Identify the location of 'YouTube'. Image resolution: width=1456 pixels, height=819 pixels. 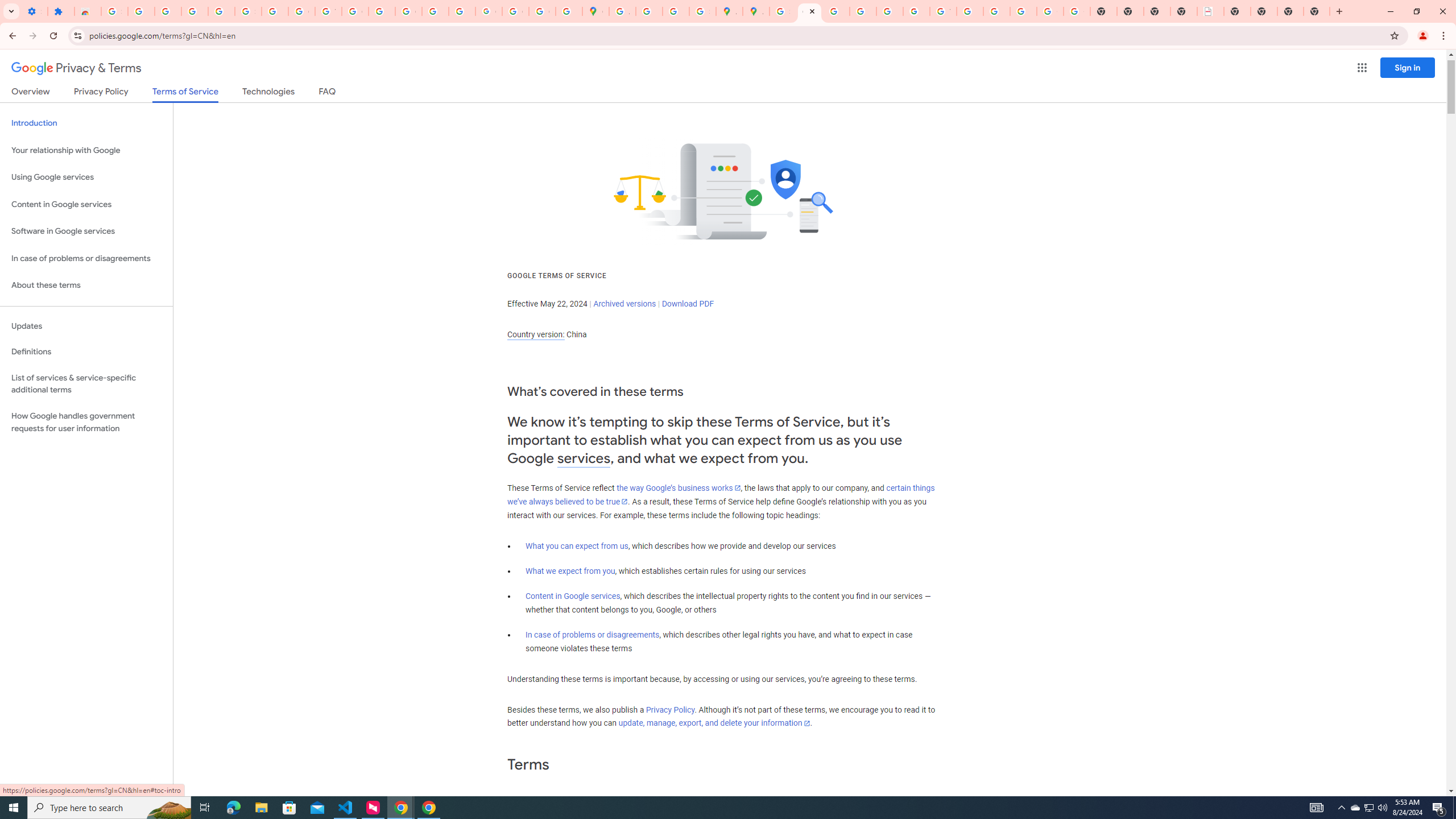
(328, 11).